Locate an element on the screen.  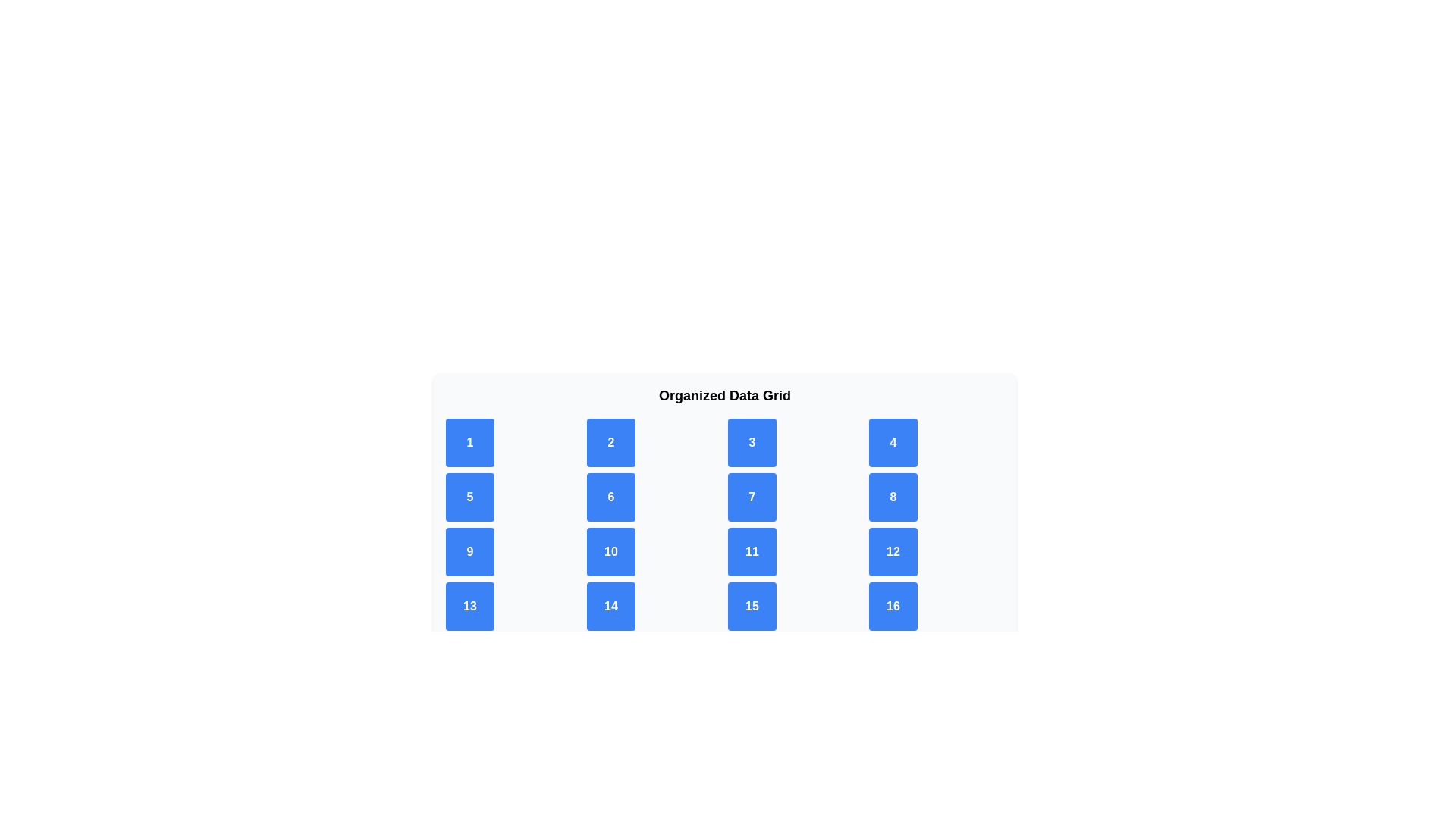
the selectable grid item button associated with the number '5', located in the second row and first column of a 4x4 grid layout is located at coordinates (469, 497).